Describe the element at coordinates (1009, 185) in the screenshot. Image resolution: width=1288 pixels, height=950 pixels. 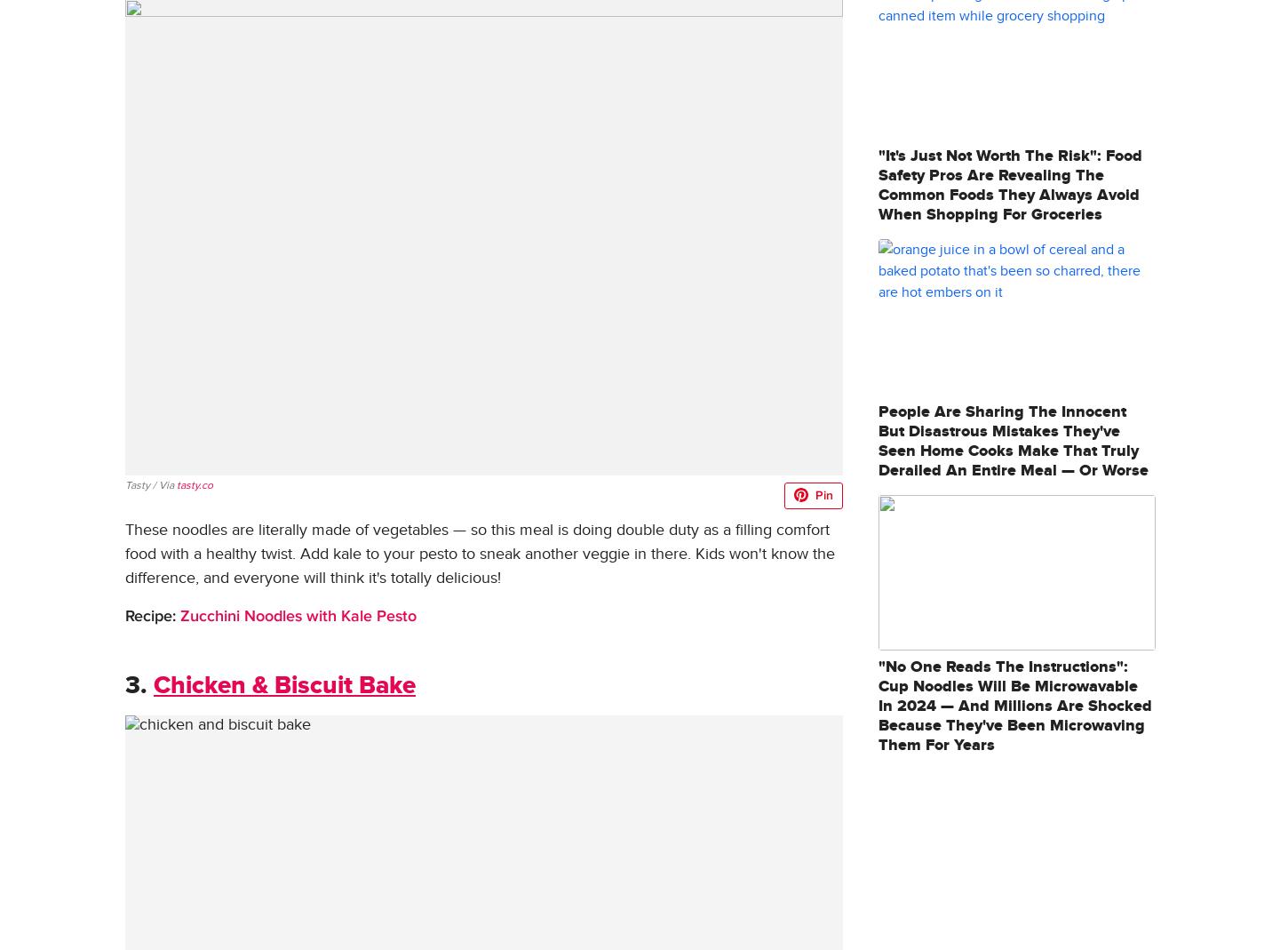
I see `'"It's Just Not Worth The Risk": Food Safety Pros Are Revealing The Common Foods They Always Avoid When Shopping For Groceries'` at that location.